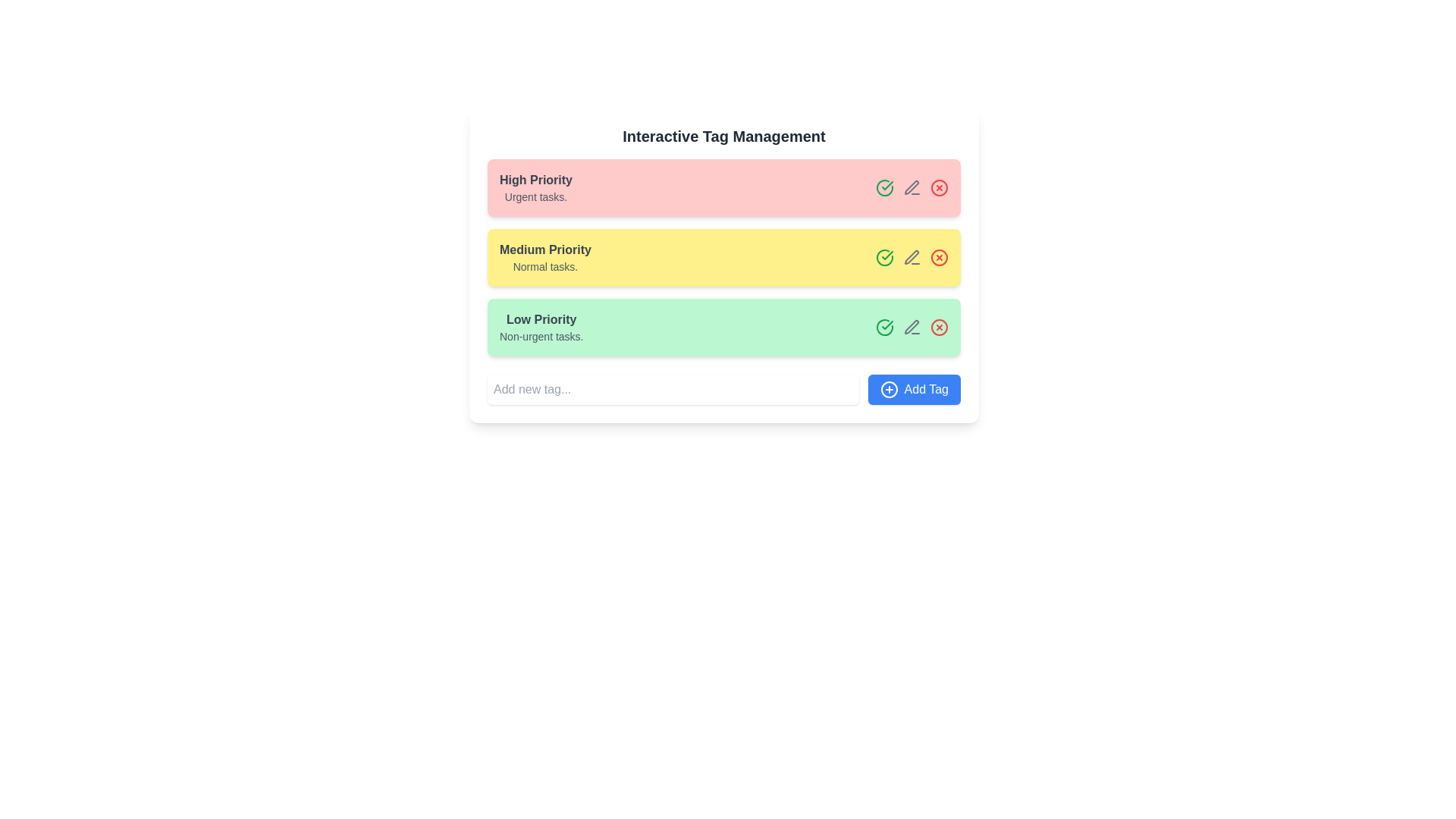  Describe the element at coordinates (884, 256) in the screenshot. I see `the checkmark indicator icon that signifies the completion of tasks listed under 'Medium Priority', located on the right side of the 'Medium Priority' section adjacent to the yellow header area` at that location.